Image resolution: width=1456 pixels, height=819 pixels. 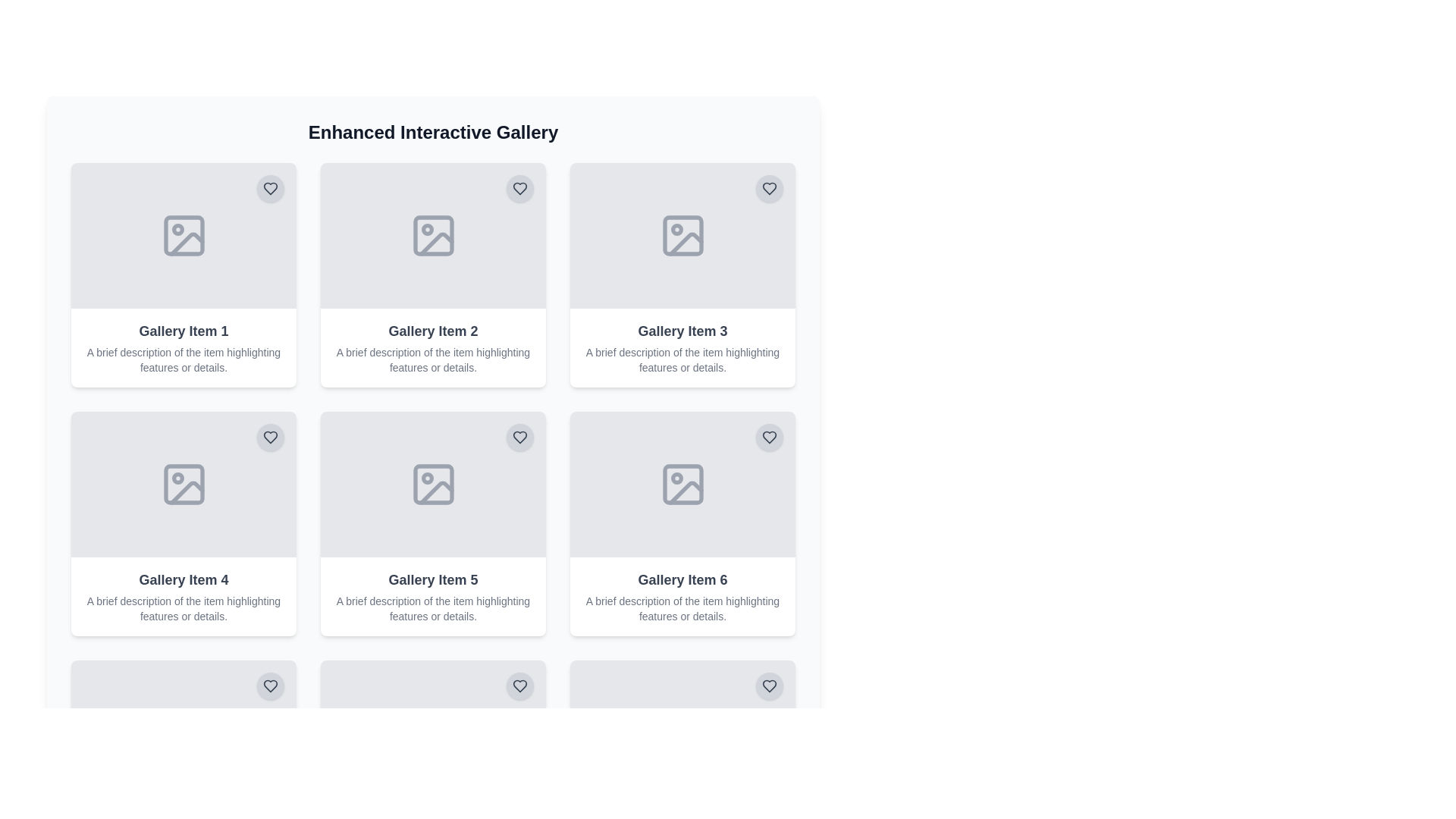 What do you see at coordinates (183, 359) in the screenshot?
I see `the text block located under 'Gallery Item 1' in the first card of the grid layout` at bounding box center [183, 359].